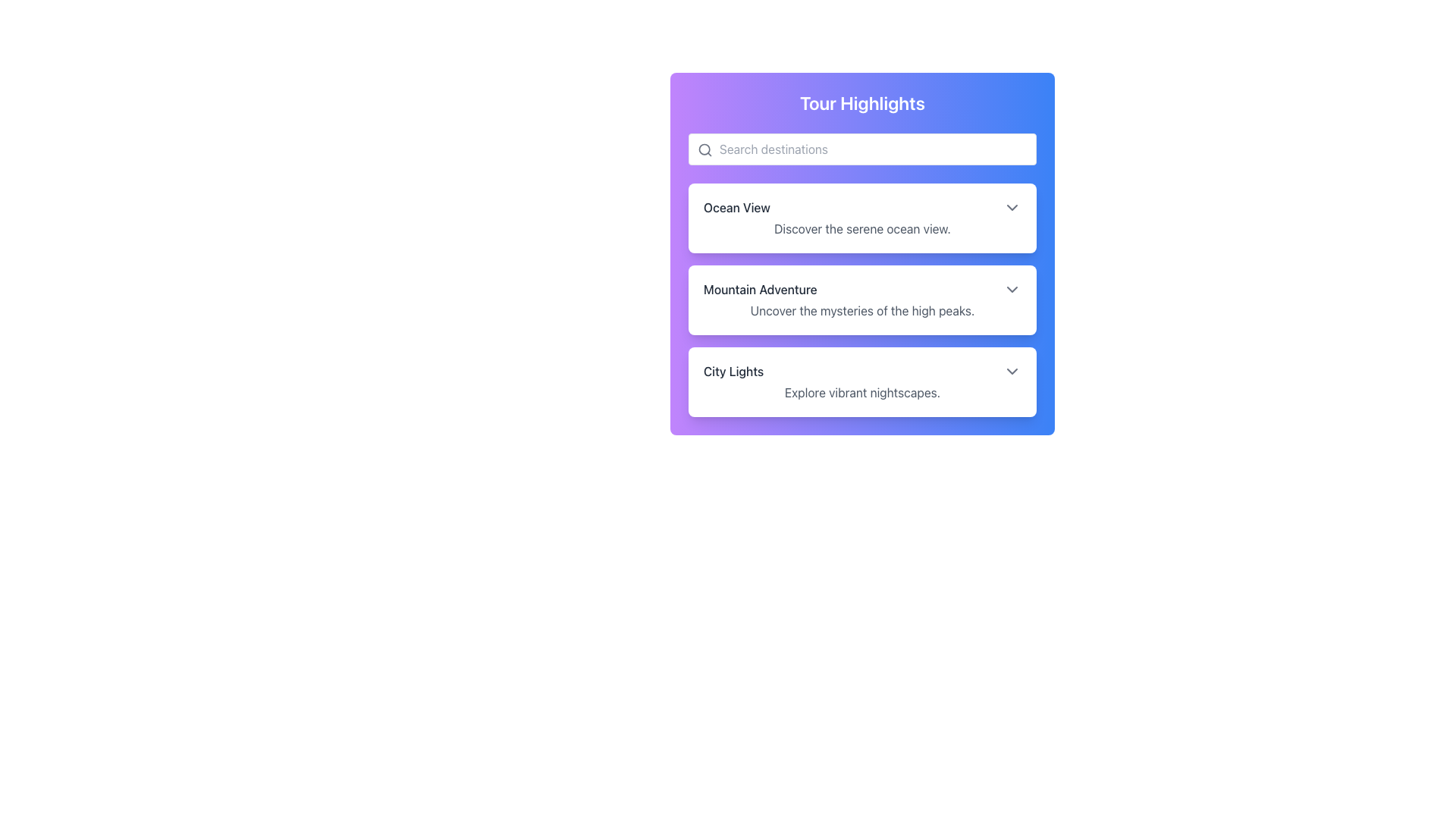 This screenshot has width=1456, height=819. What do you see at coordinates (1012, 371) in the screenshot?
I see `the downward-facing chevron icon styled in dark gray, located to the right of the text 'City Lights'` at bounding box center [1012, 371].